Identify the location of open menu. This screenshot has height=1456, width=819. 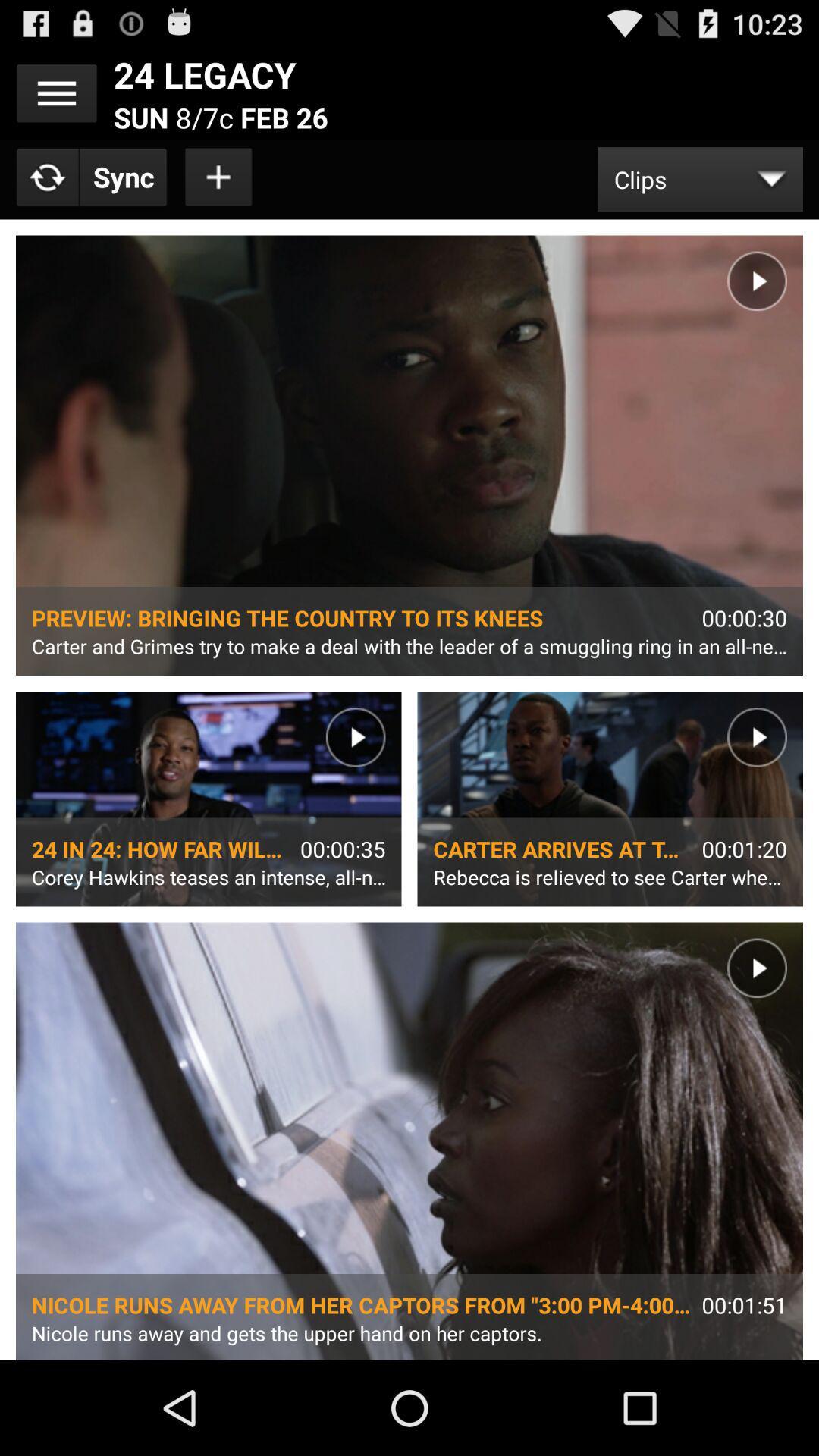
(55, 93).